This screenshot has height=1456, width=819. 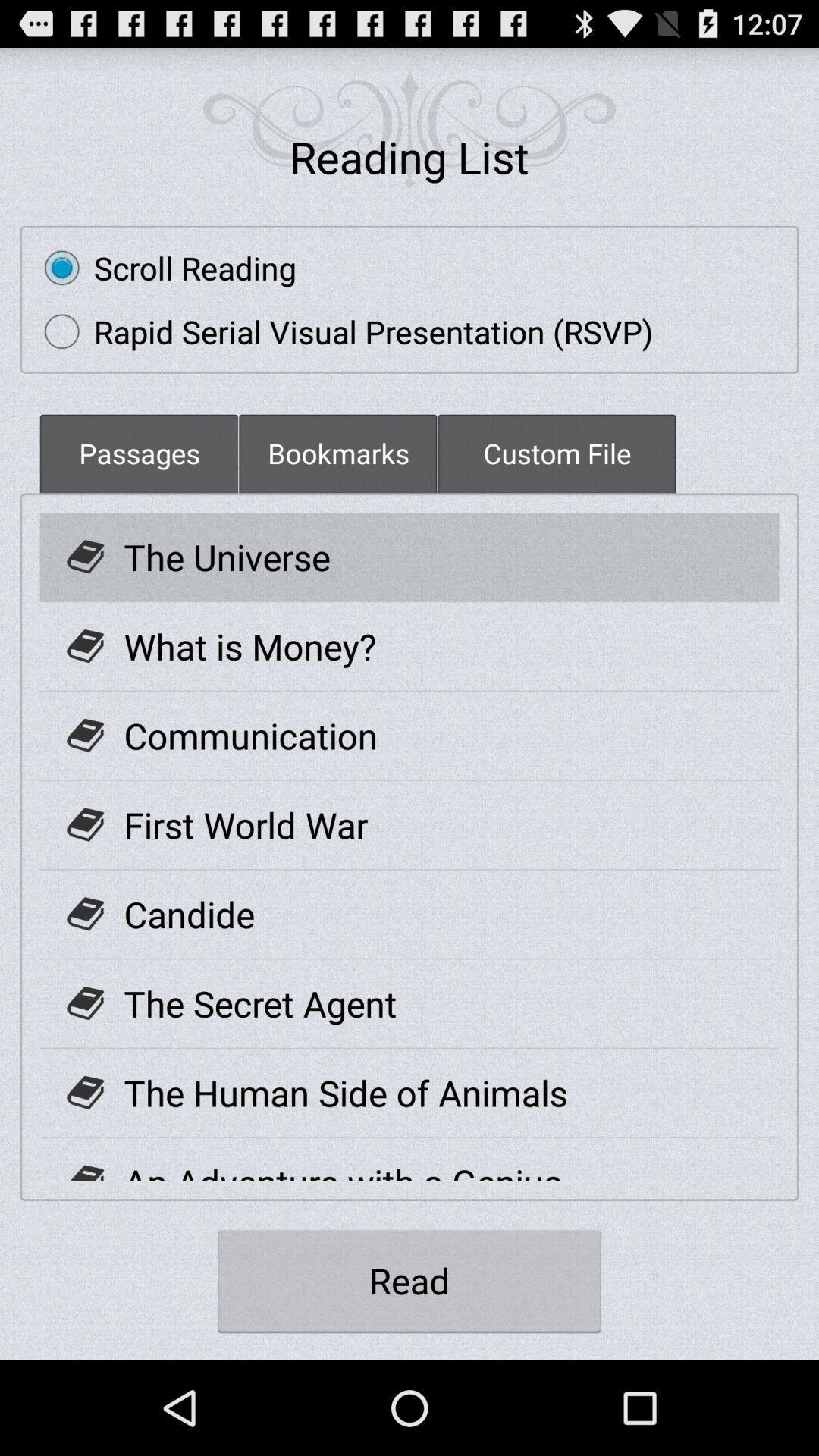 What do you see at coordinates (249, 736) in the screenshot?
I see `the communication item` at bounding box center [249, 736].